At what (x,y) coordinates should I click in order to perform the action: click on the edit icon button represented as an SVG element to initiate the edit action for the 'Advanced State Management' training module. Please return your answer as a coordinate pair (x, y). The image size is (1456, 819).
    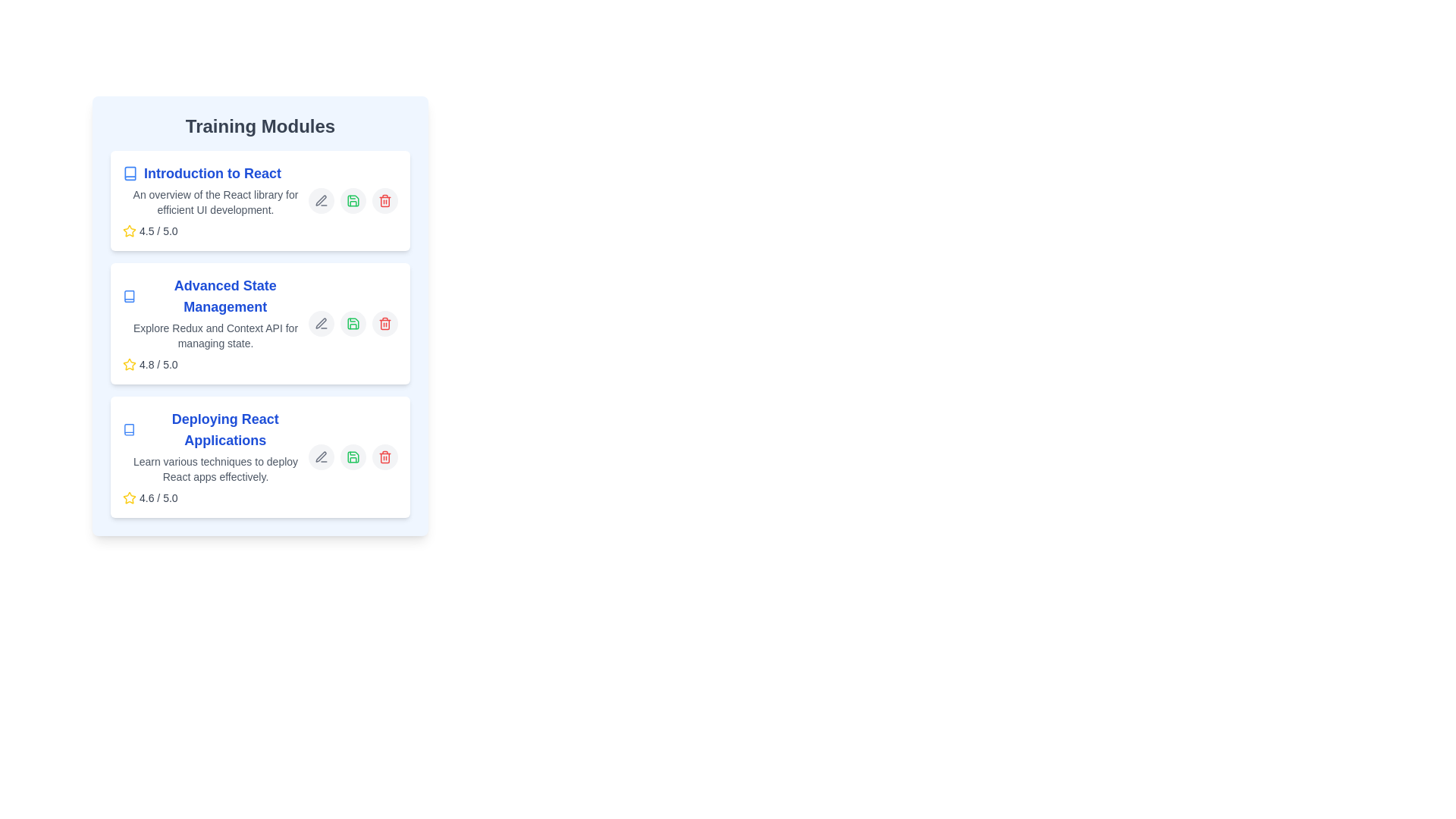
    Looking at the image, I should click on (320, 322).